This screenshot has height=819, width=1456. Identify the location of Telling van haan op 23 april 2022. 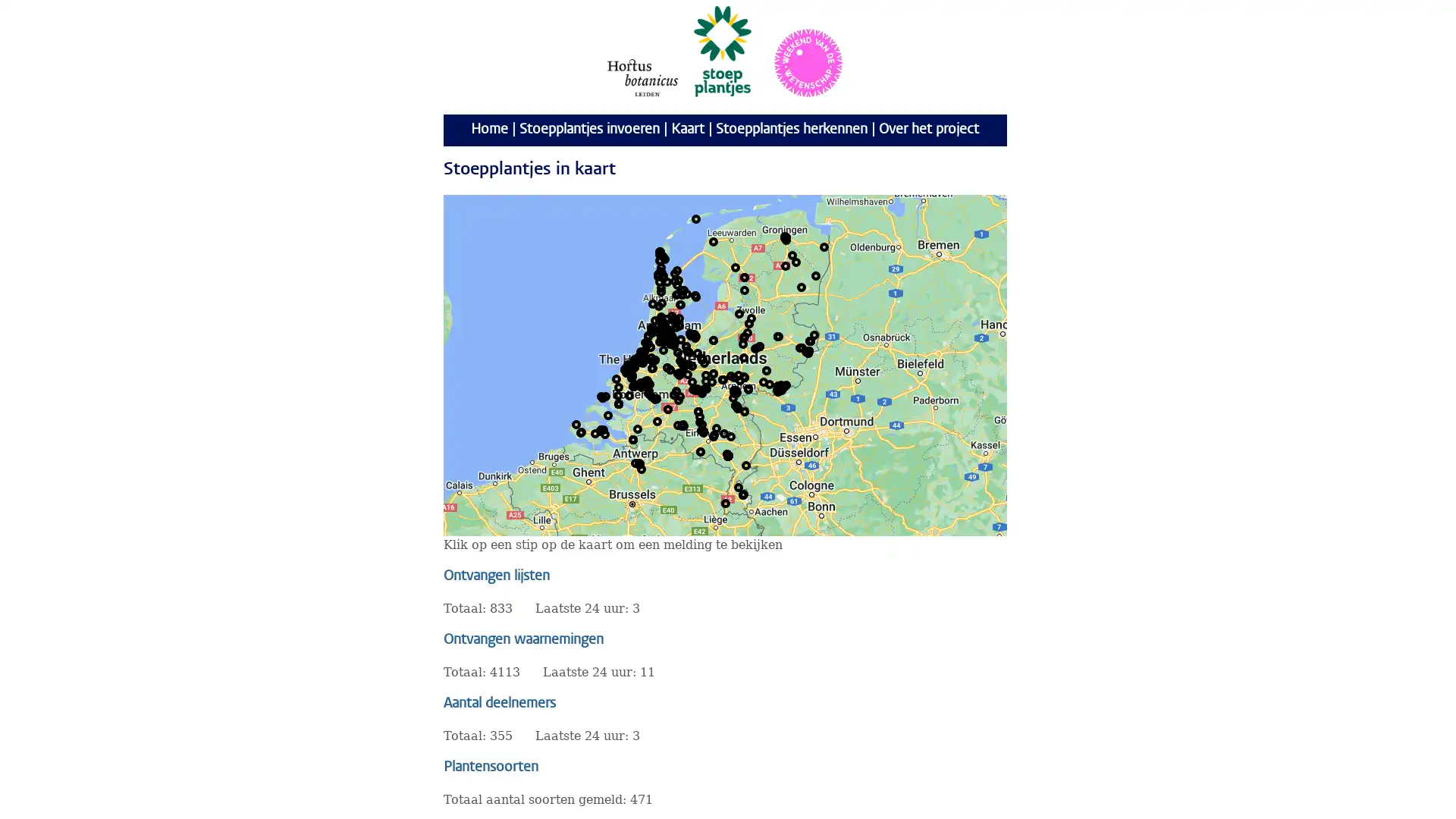
(677, 373).